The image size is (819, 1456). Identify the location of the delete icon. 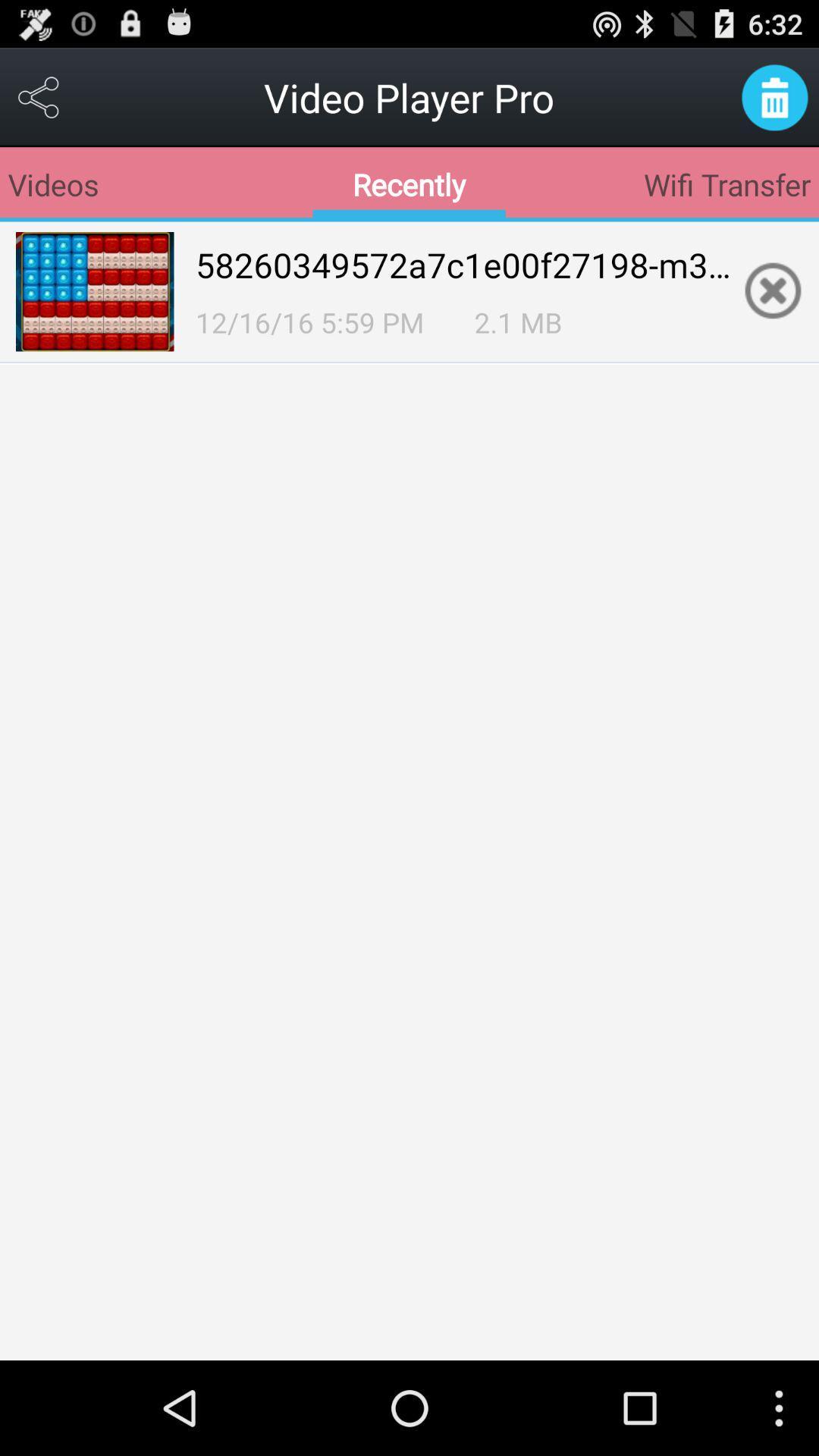
(774, 103).